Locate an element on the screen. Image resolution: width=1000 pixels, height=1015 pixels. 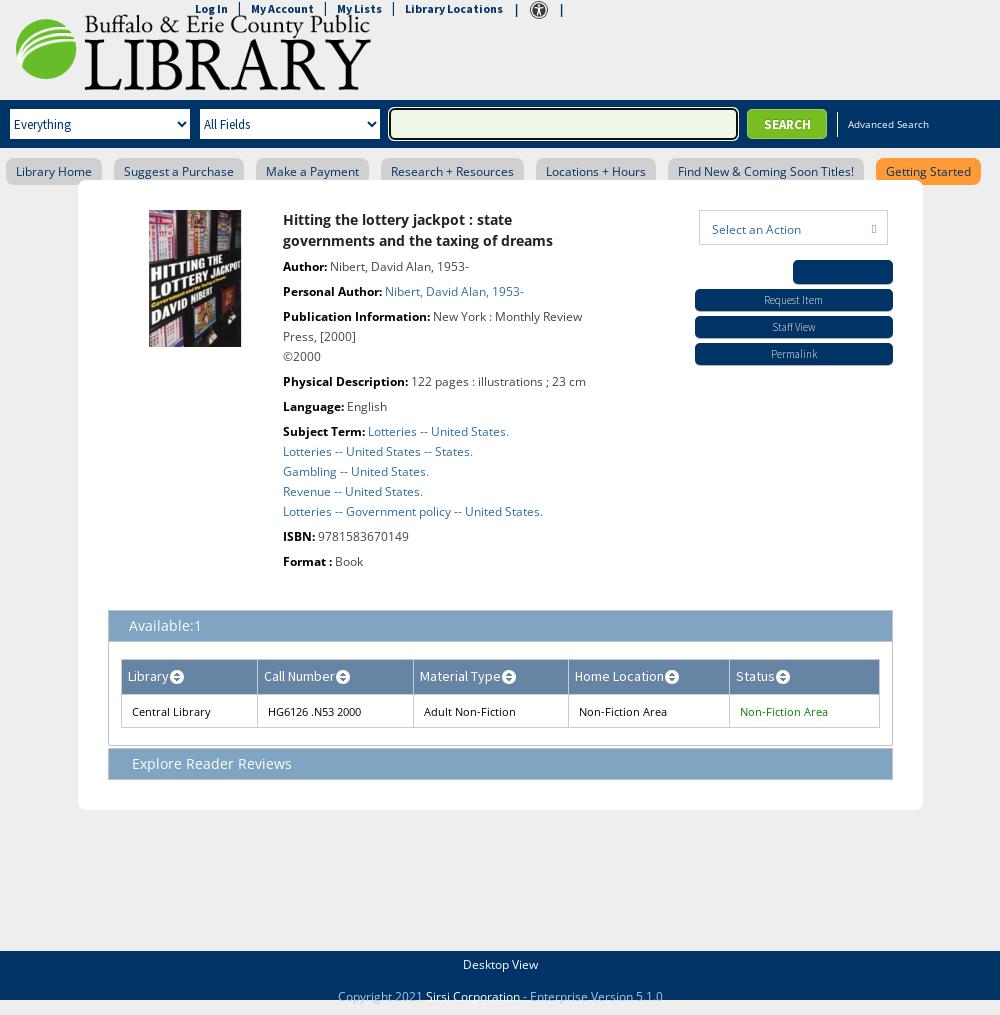
'HG6126 .N53 2000' is located at coordinates (313, 711).